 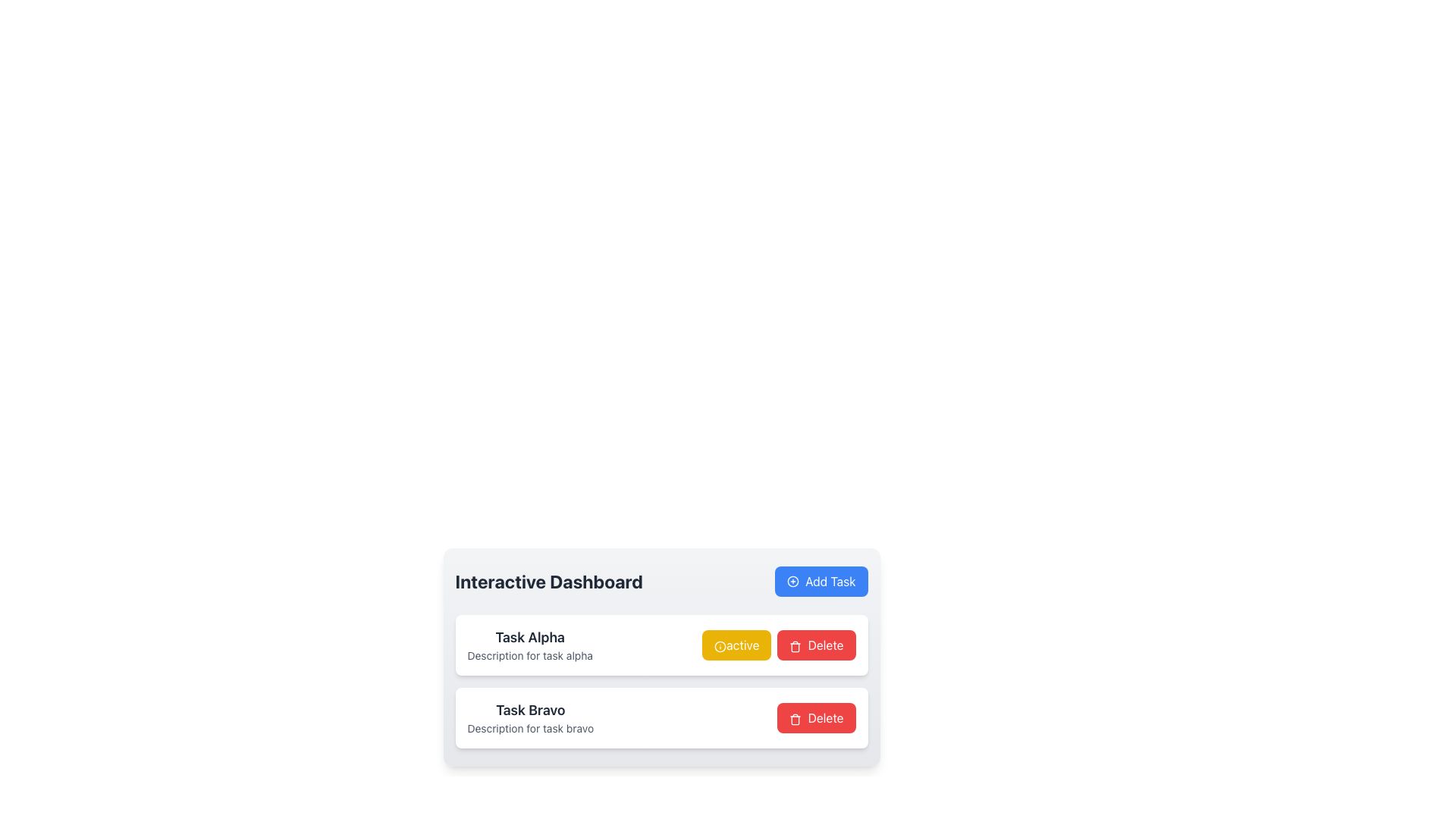 What do you see at coordinates (779, 645) in the screenshot?
I see `the 'Delete' button in the UI group containing two buttons within the card titled 'Task Alpha'` at bounding box center [779, 645].